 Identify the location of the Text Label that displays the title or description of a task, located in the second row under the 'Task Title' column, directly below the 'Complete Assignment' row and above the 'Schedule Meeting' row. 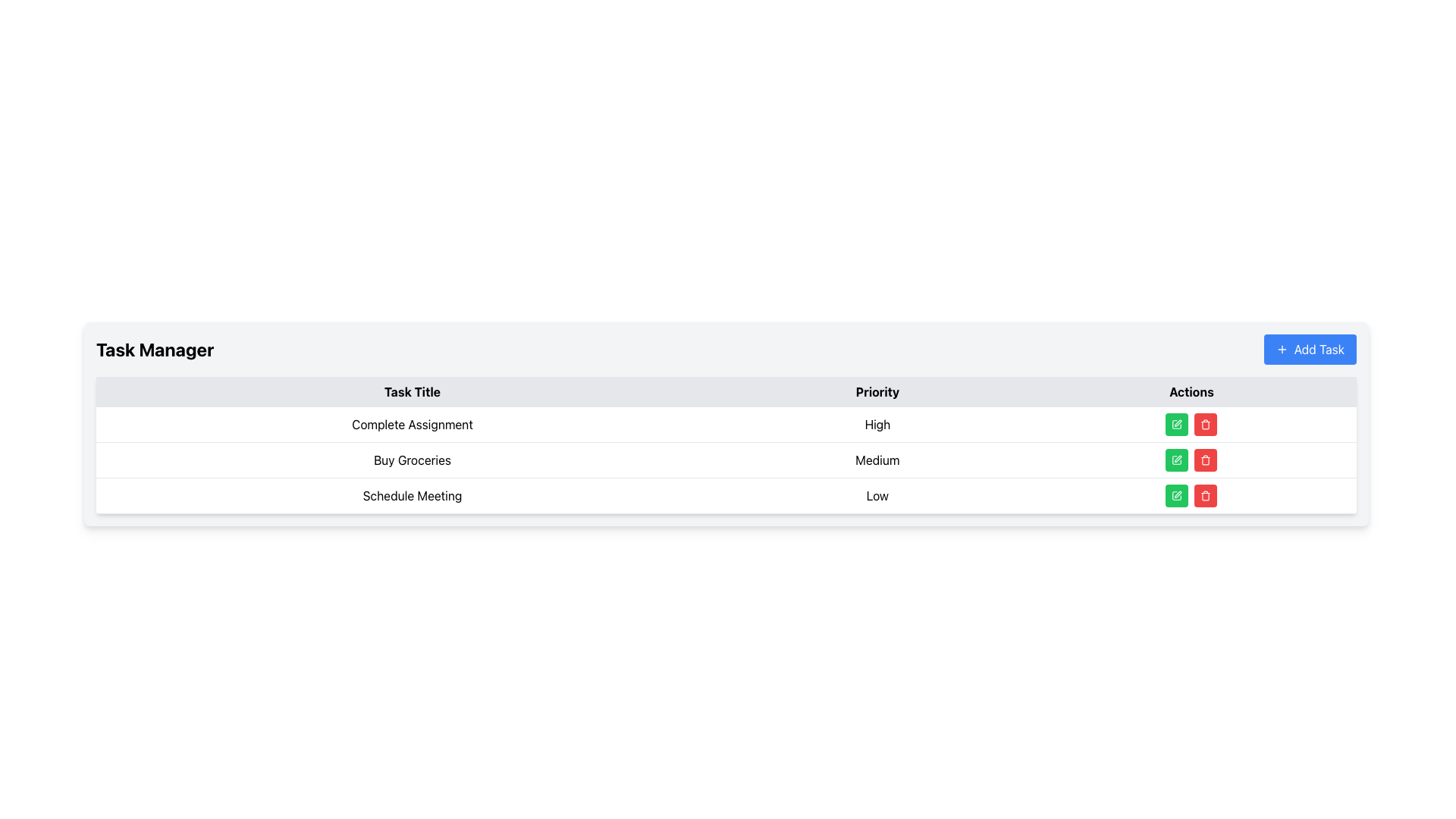
(412, 459).